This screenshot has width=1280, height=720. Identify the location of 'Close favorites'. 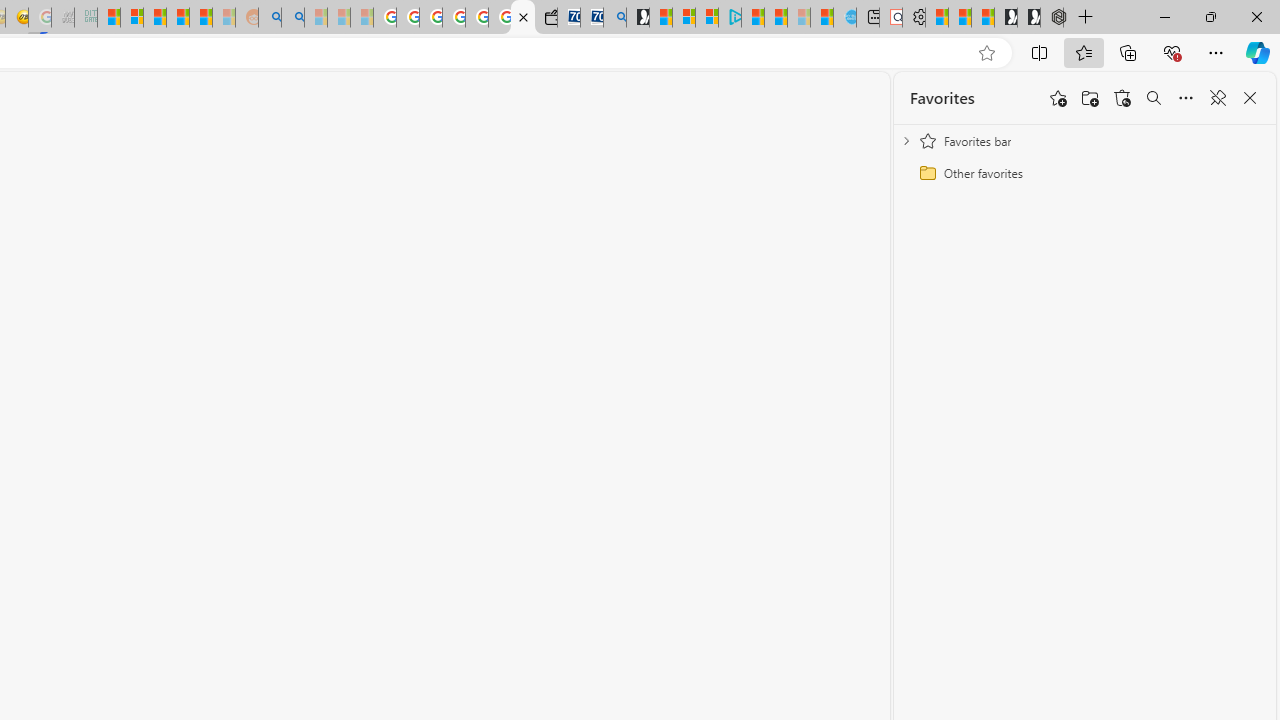
(1249, 98).